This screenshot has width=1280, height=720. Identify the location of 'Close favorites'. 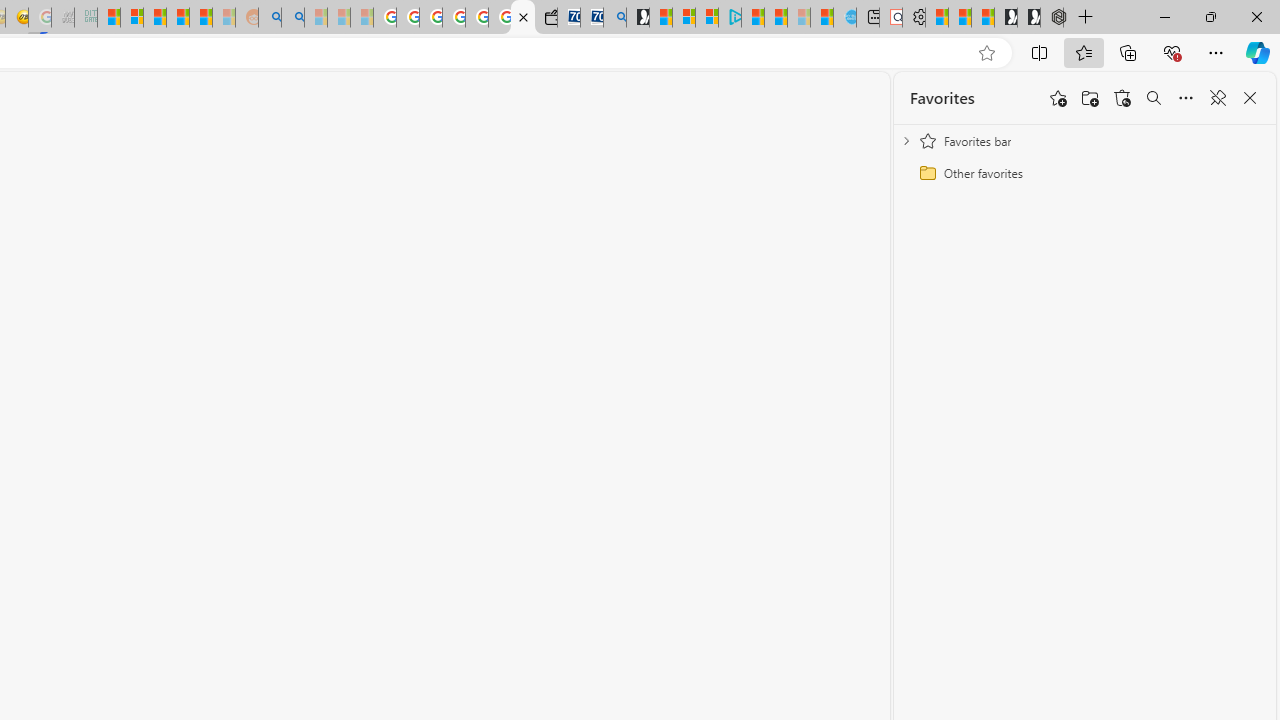
(1249, 98).